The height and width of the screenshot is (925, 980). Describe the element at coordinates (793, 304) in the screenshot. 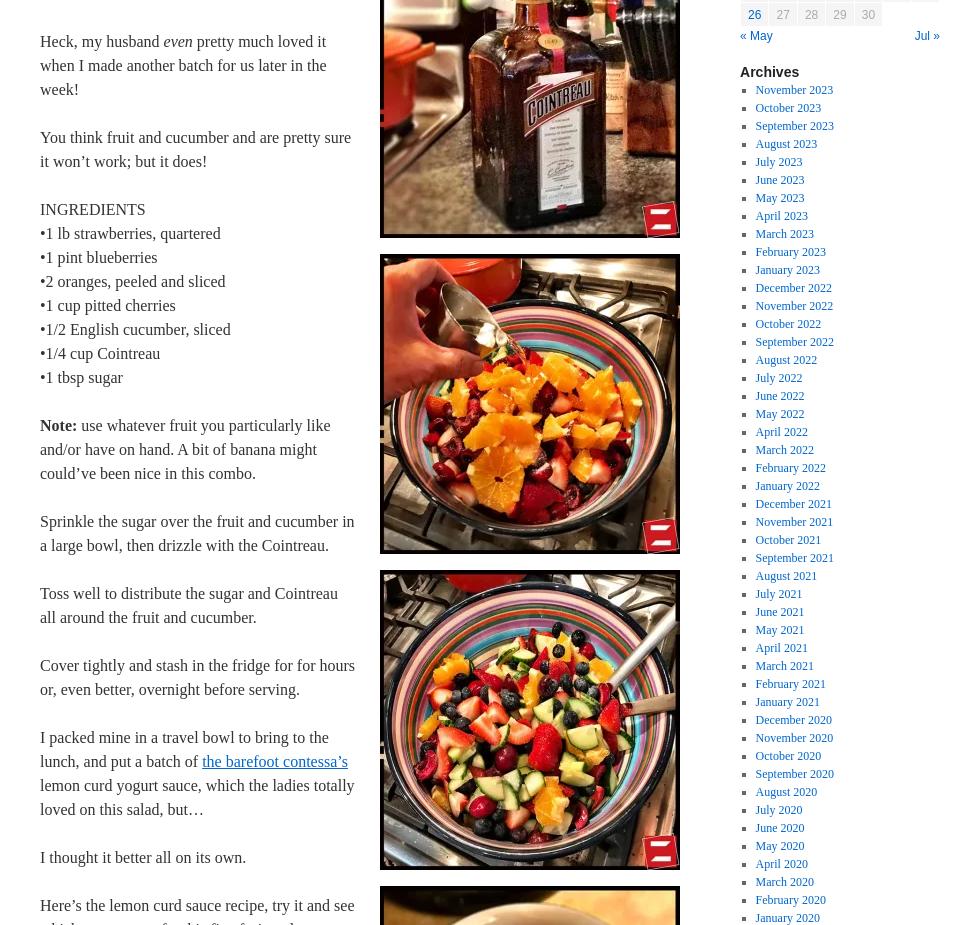

I see `'November 2022'` at that location.